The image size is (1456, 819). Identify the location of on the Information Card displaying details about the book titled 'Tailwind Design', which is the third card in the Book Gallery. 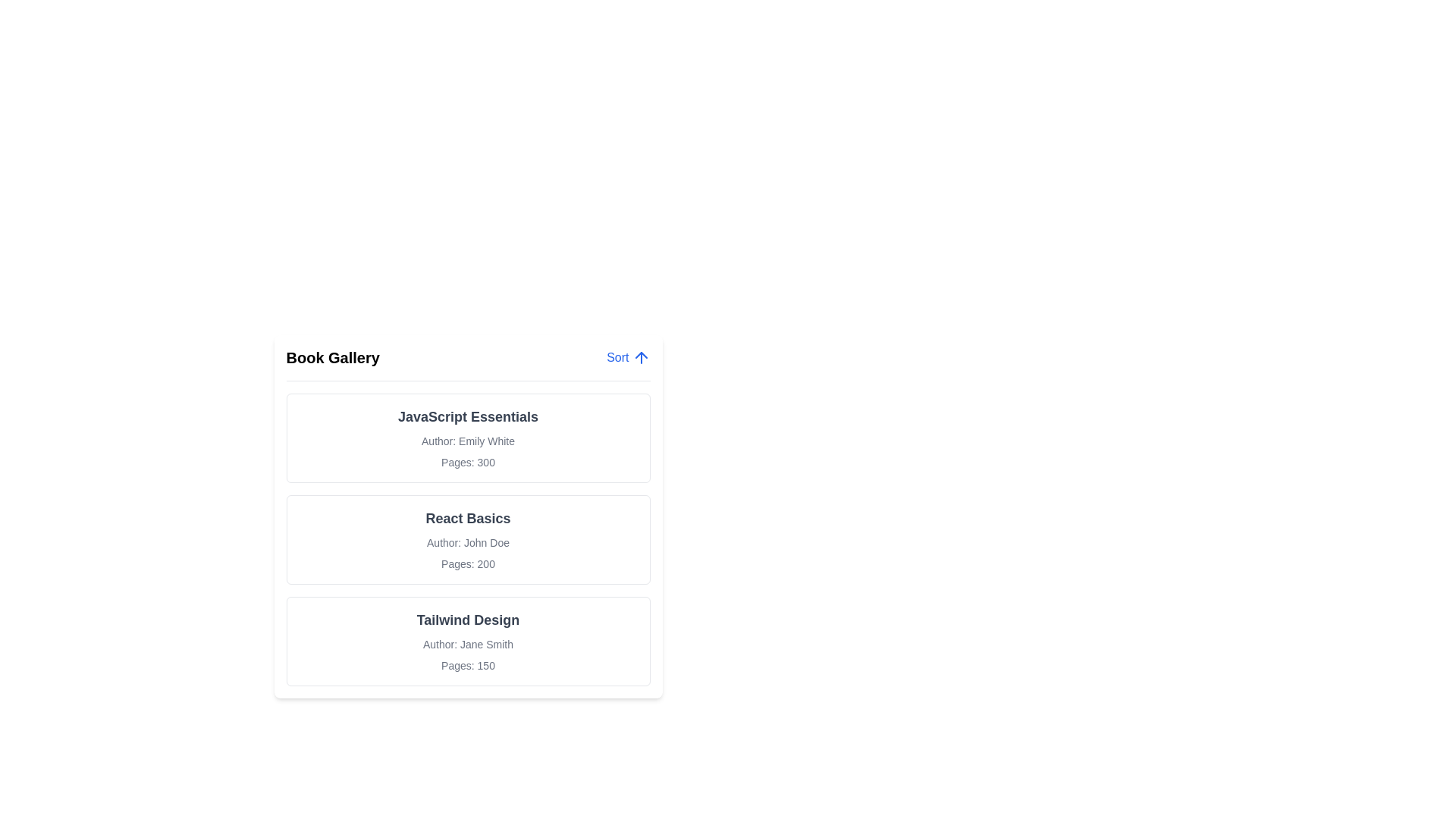
(467, 641).